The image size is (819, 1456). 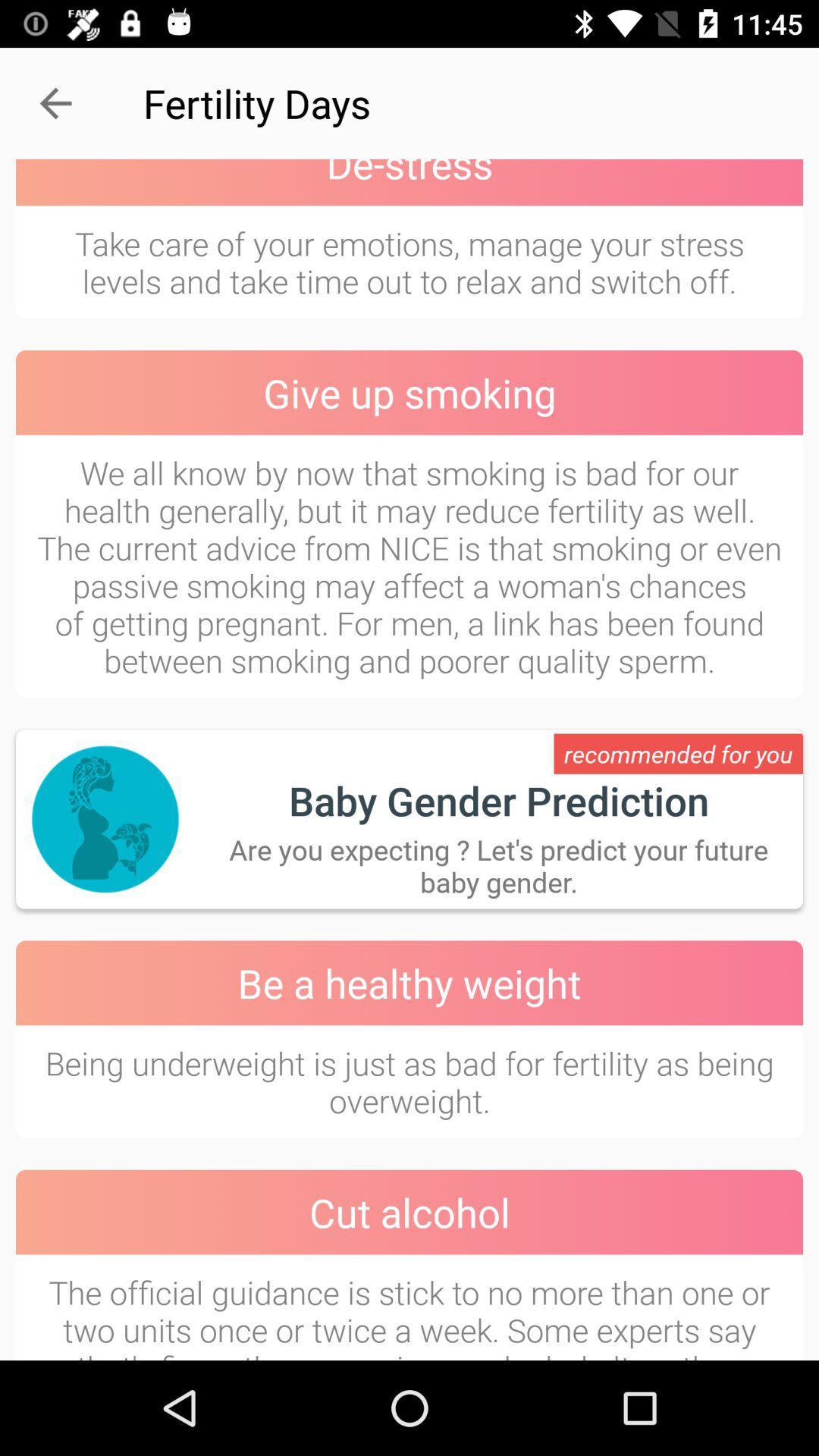 What do you see at coordinates (55, 102) in the screenshot?
I see `the item to the left of the fertility days icon` at bounding box center [55, 102].